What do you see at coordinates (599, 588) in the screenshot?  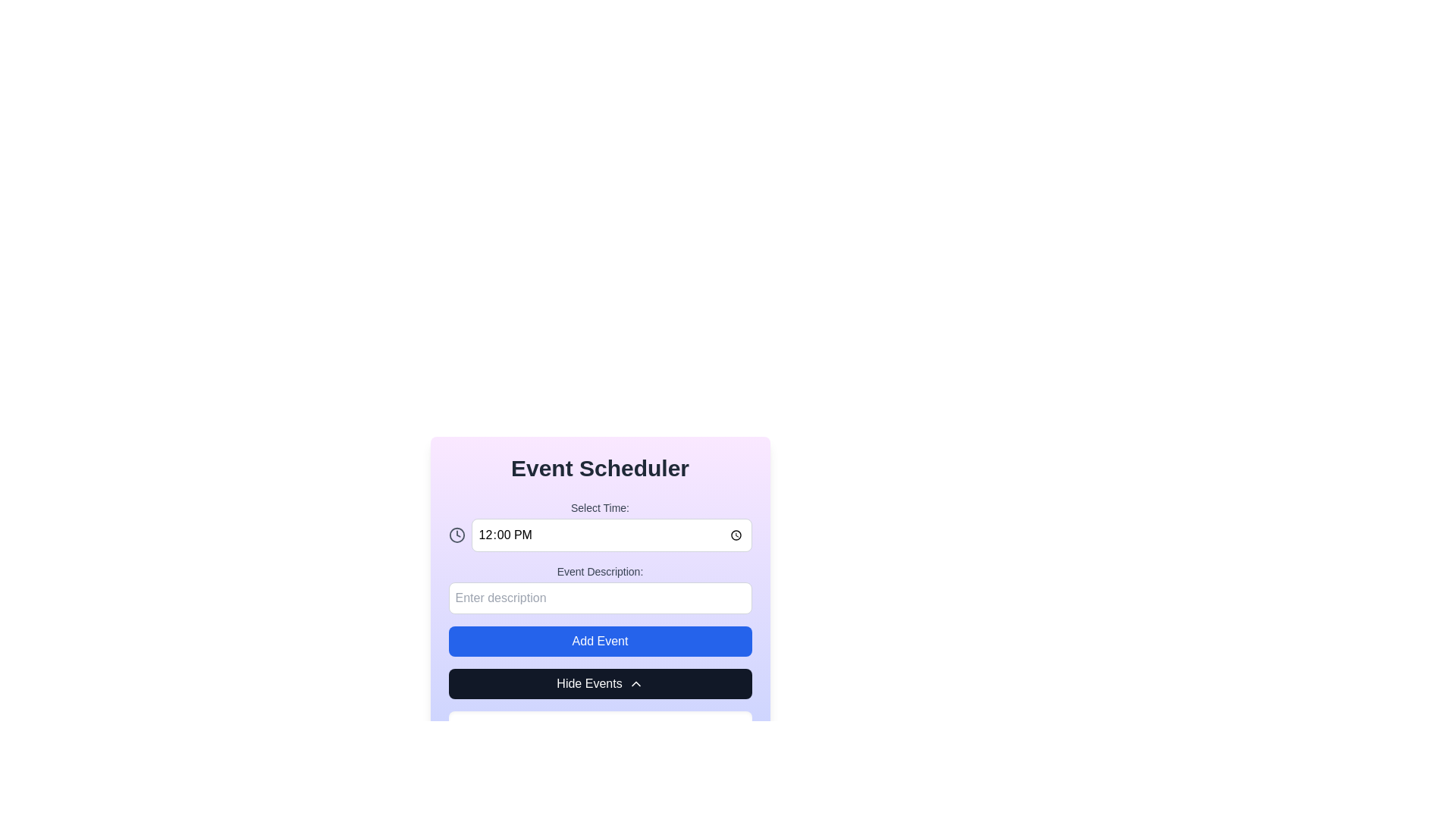 I see `the text input field located below the 'Select Time:' section and above the 'Add Event' button to focus on it` at bounding box center [599, 588].